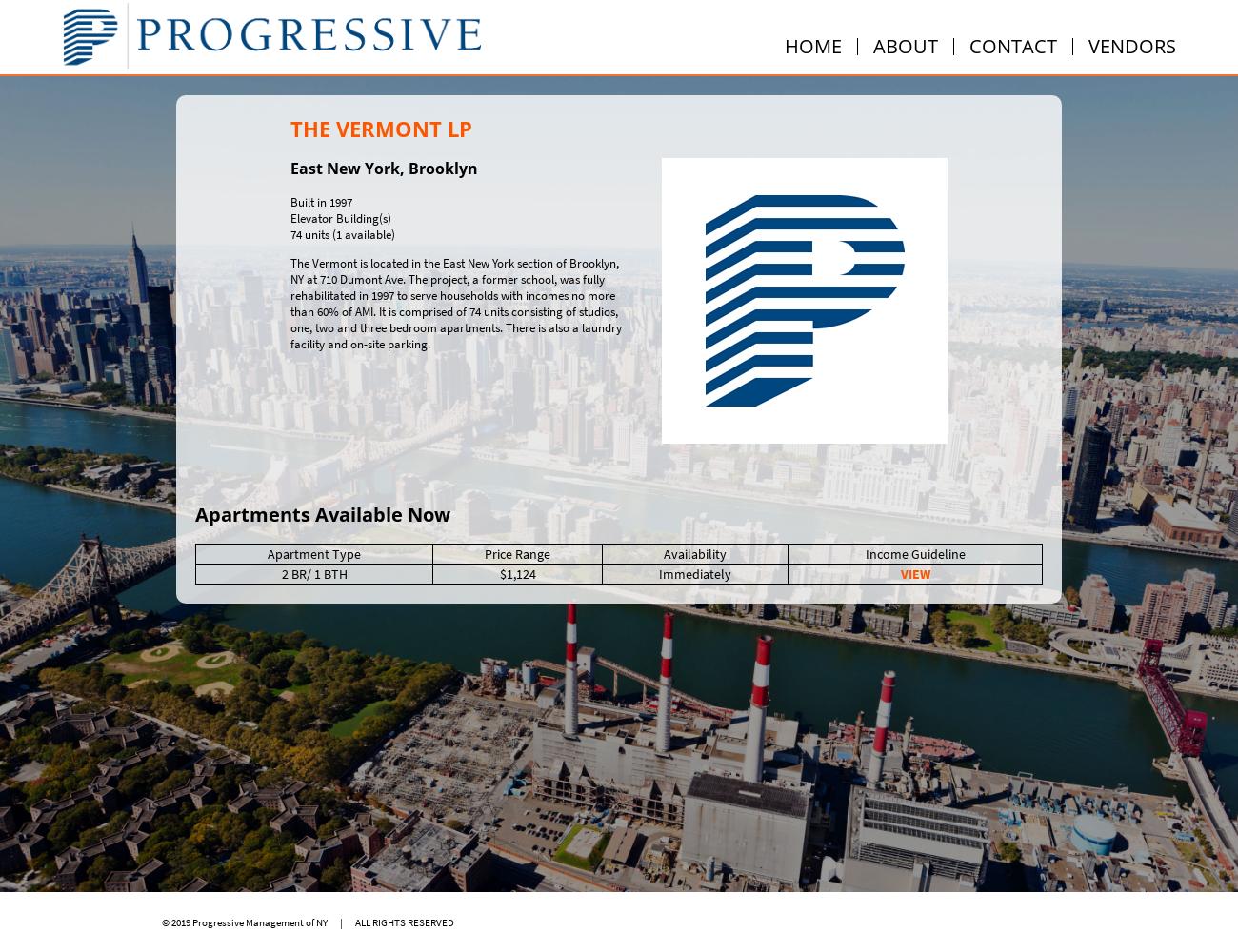 Image resolution: width=1238 pixels, height=952 pixels. What do you see at coordinates (516, 573) in the screenshot?
I see `'$1,124'` at bounding box center [516, 573].